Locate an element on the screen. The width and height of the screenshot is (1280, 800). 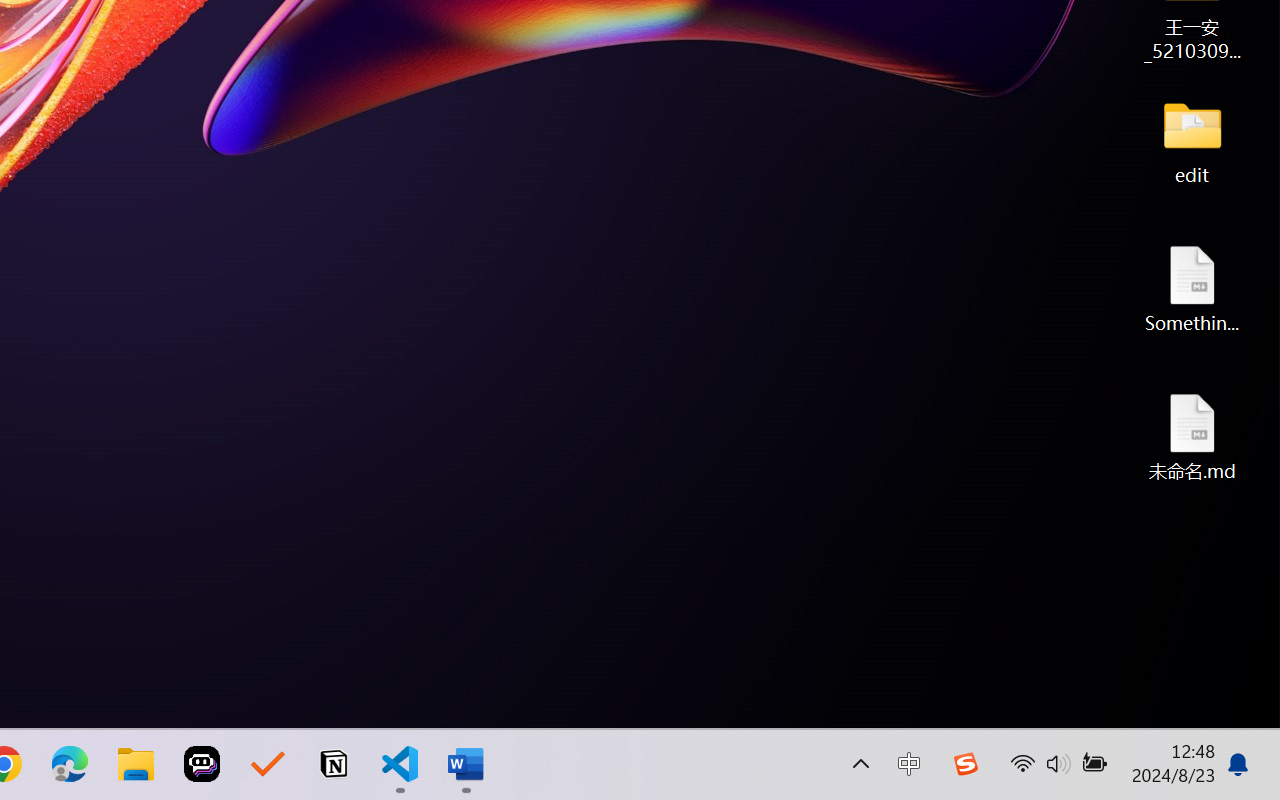
'Microsoft Edge' is located at coordinates (69, 764).